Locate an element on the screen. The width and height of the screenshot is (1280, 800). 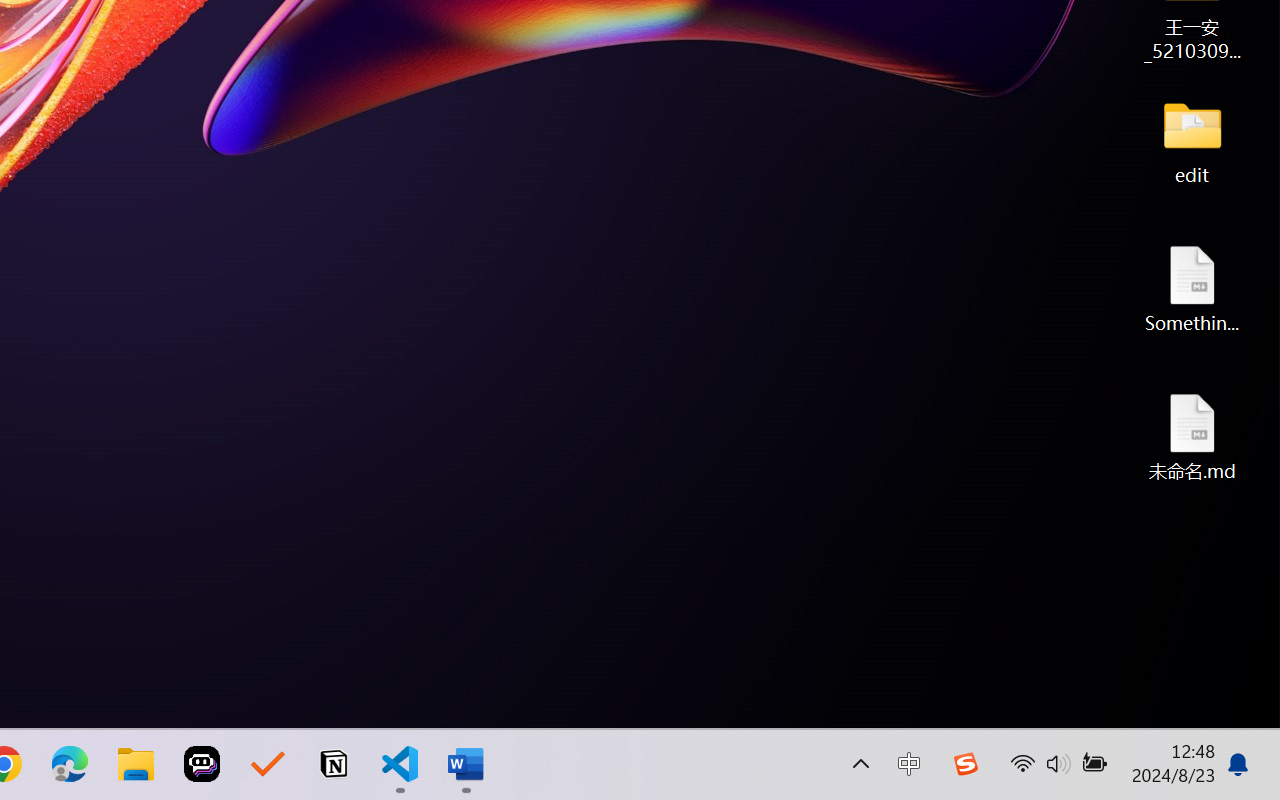
'Microsoft Edge' is located at coordinates (69, 764).